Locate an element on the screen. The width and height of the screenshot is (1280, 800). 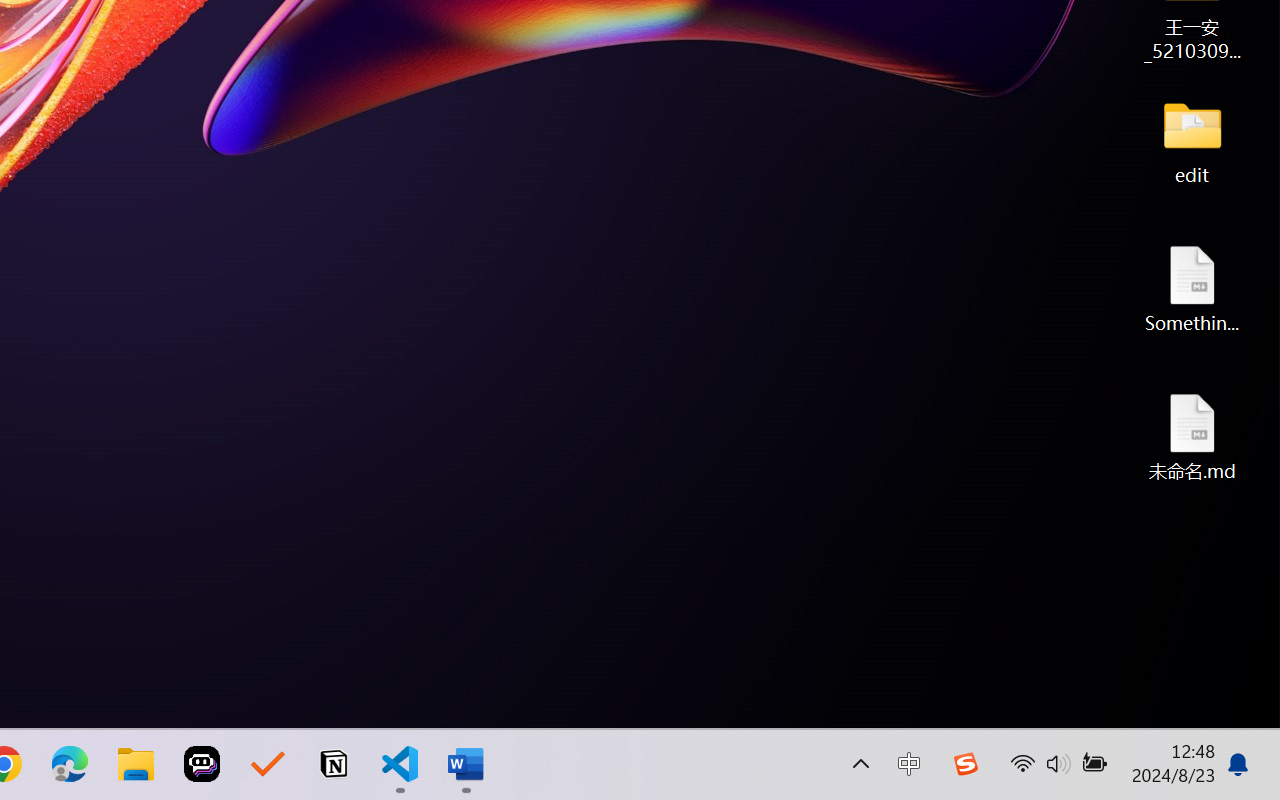
'Microsoft Edge' is located at coordinates (69, 764).